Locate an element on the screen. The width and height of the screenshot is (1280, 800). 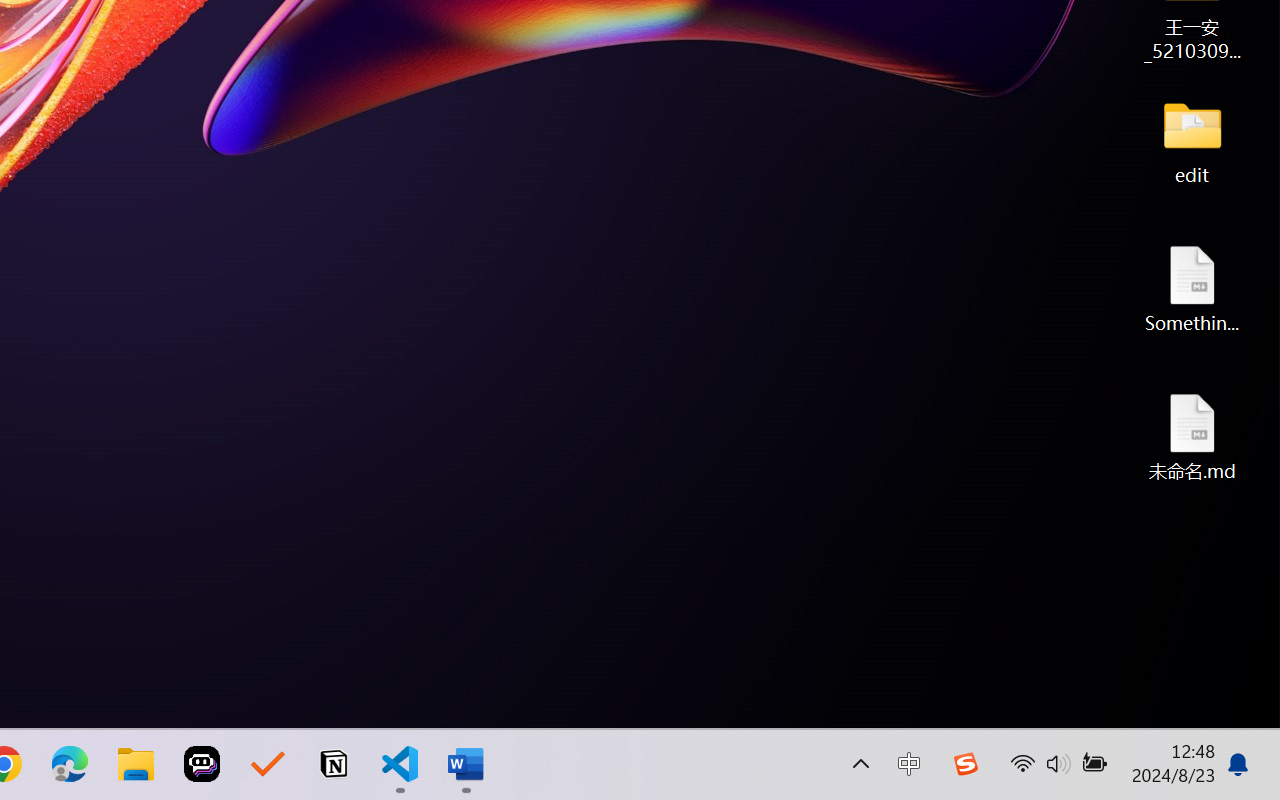
'Microsoft Edge' is located at coordinates (69, 764).